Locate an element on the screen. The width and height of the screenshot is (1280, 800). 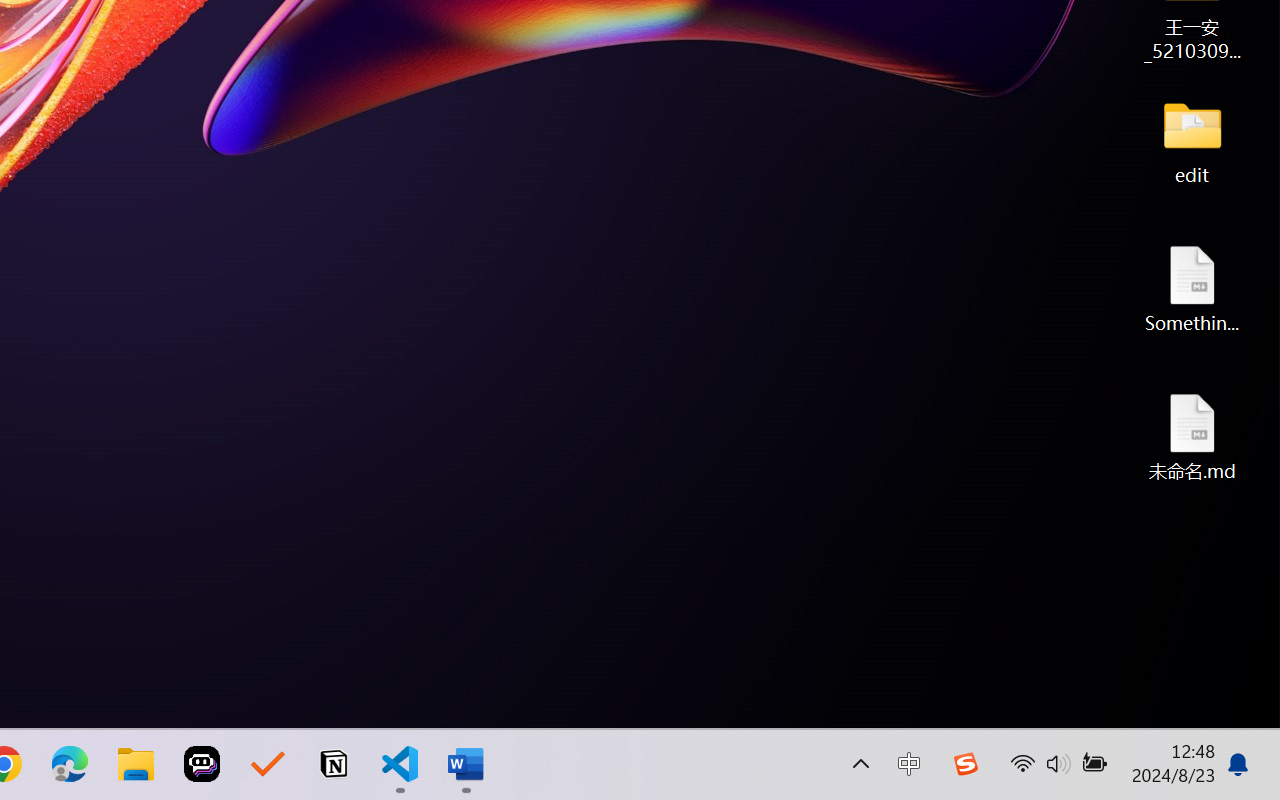
'Microsoft Edge' is located at coordinates (69, 764).